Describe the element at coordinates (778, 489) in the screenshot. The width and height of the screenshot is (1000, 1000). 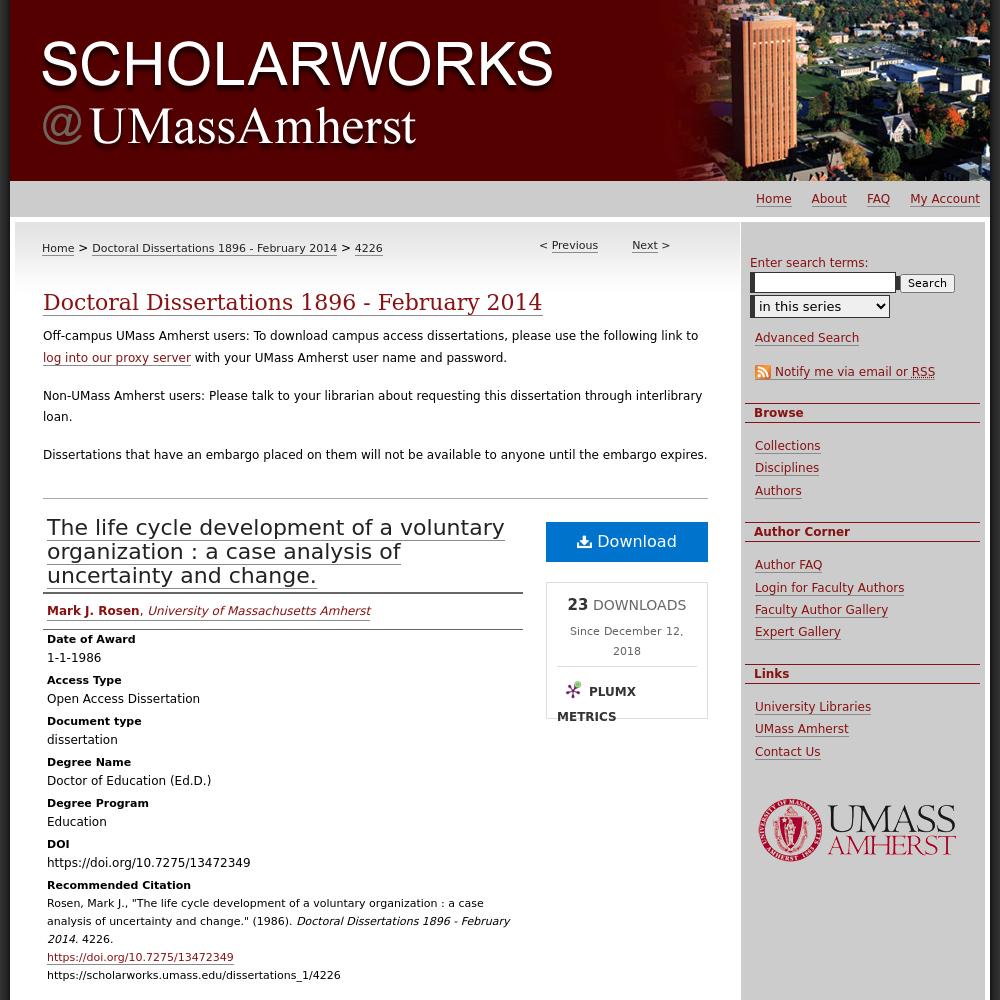
I see `'Authors'` at that location.